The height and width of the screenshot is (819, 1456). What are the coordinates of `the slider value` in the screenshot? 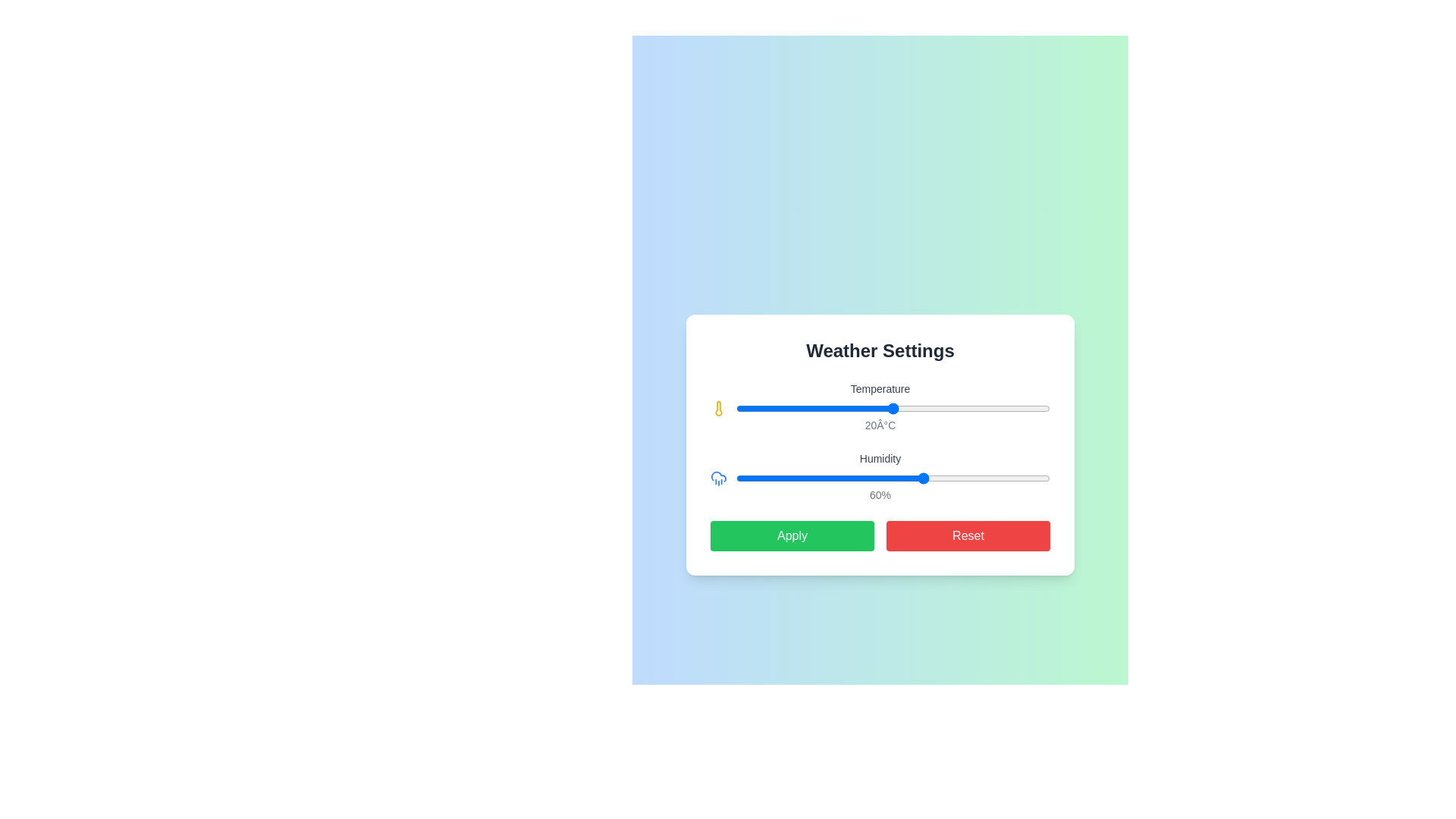 It's located at (767, 479).